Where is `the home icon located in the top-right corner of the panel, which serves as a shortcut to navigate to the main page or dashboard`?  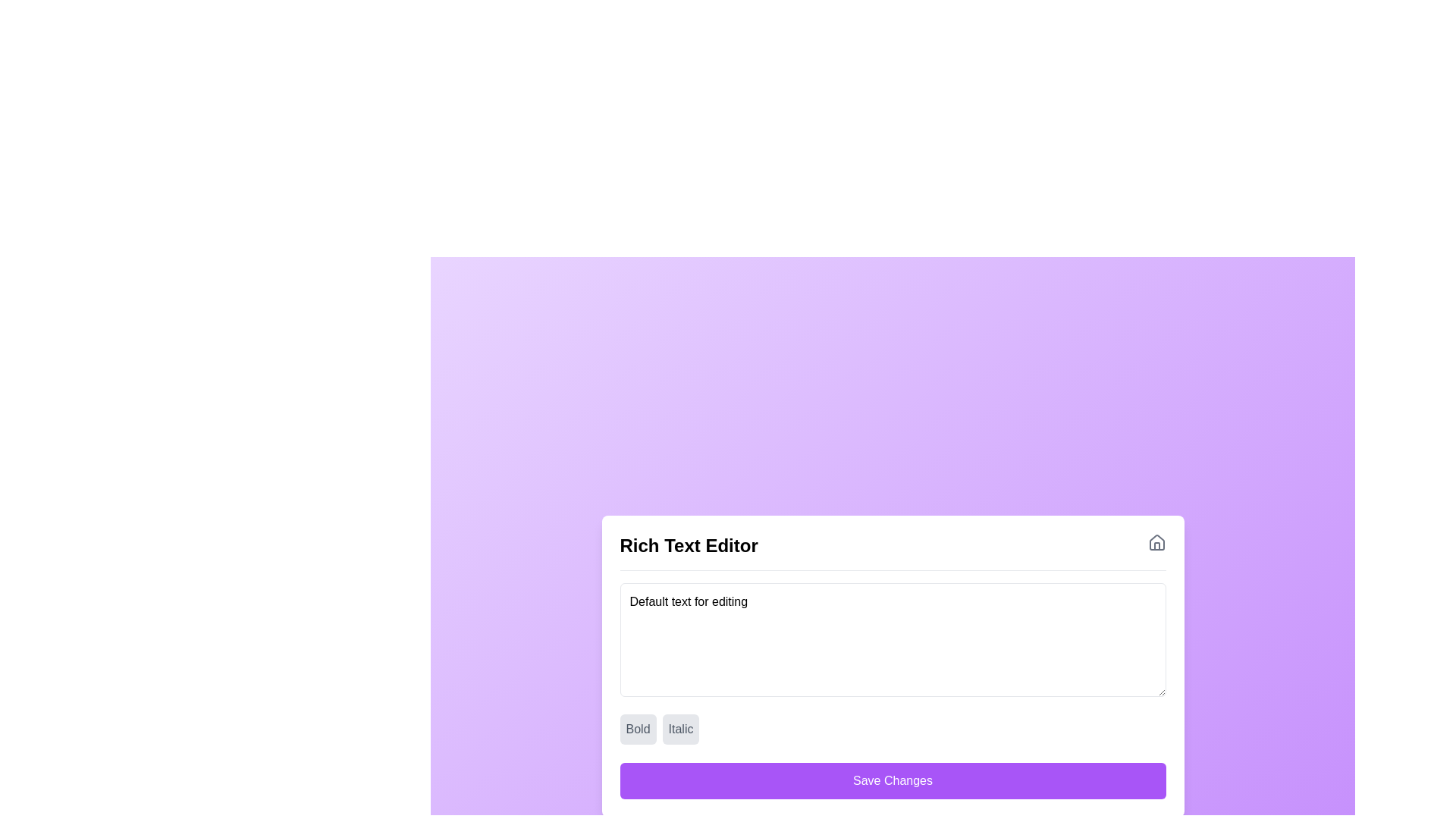 the home icon located in the top-right corner of the panel, which serves as a shortcut to navigate to the main page or dashboard is located at coordinates (1156, 541).